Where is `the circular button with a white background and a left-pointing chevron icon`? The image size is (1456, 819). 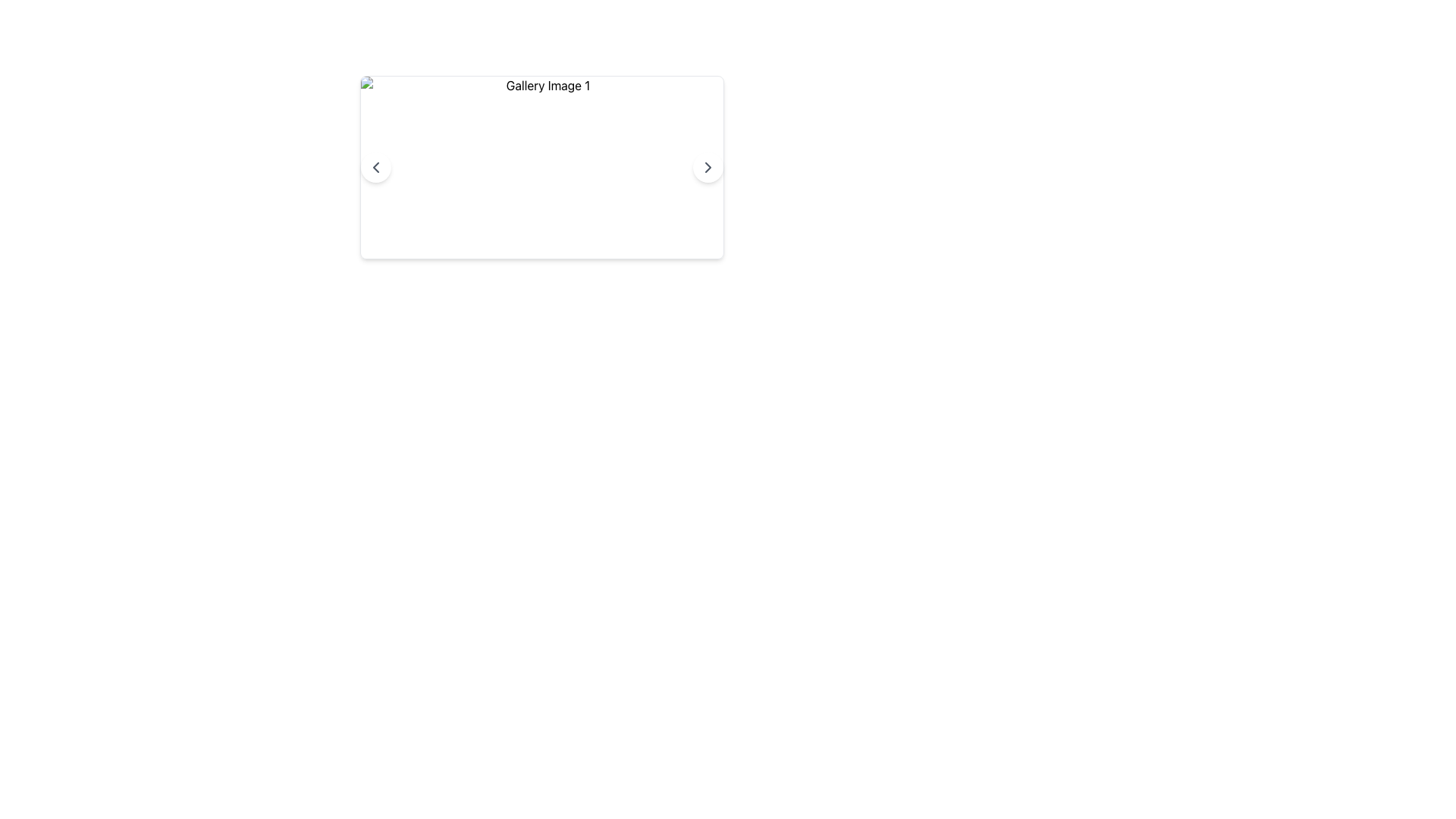
the circular button with a white background and a left-pointing chevron icon is located at coordinates (375, 167).